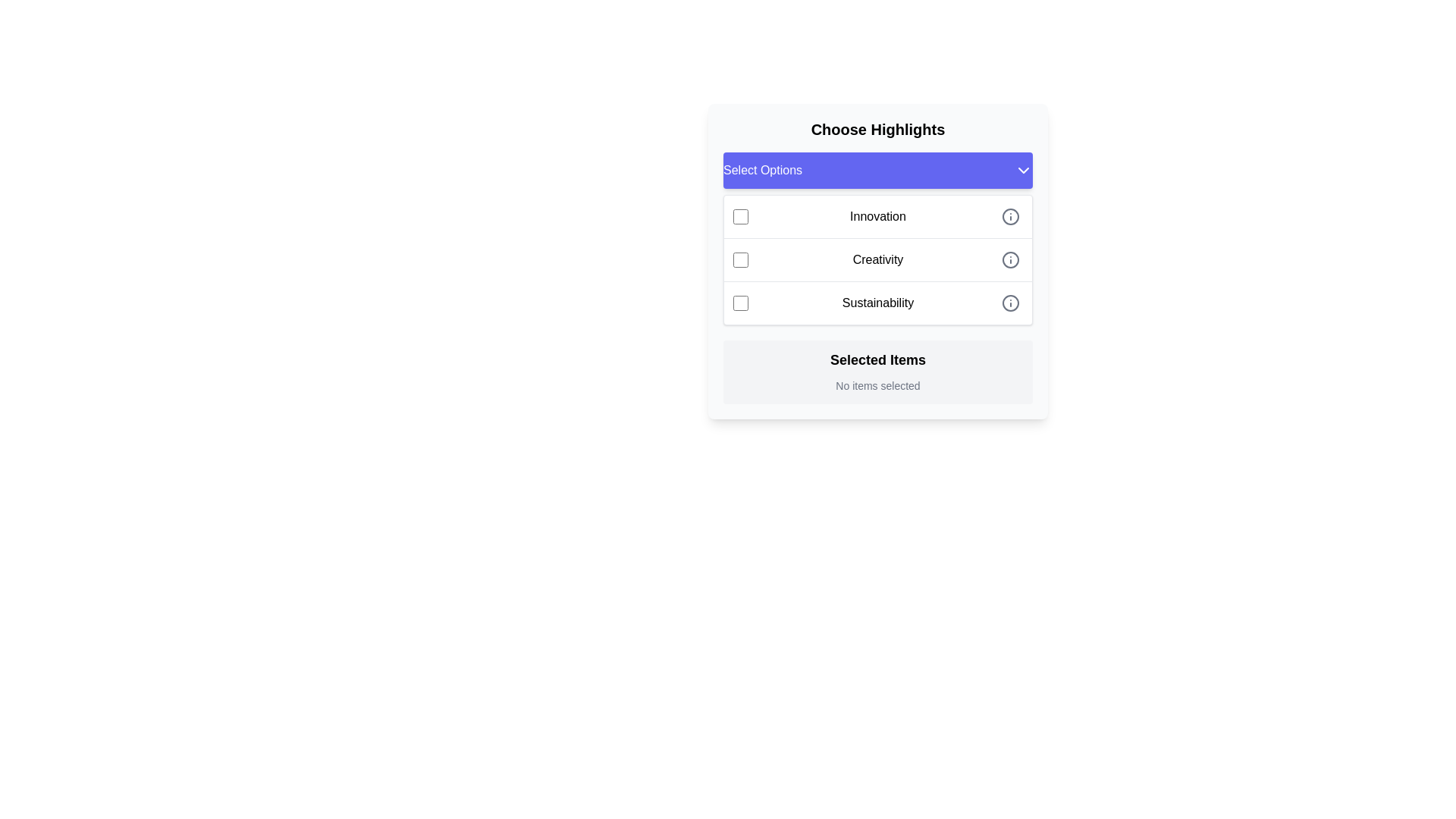 The width and height of the screenshot is (1456, 819). What do you see at coordinates (1011, 216) in the screenshot?
I see `the SVG circle graphic that accompanies the 'Innovation' option, located to the right of the 'Innovation' text in the second row under the 'Choose Highlights' section` at bounding box center [1011, 216].